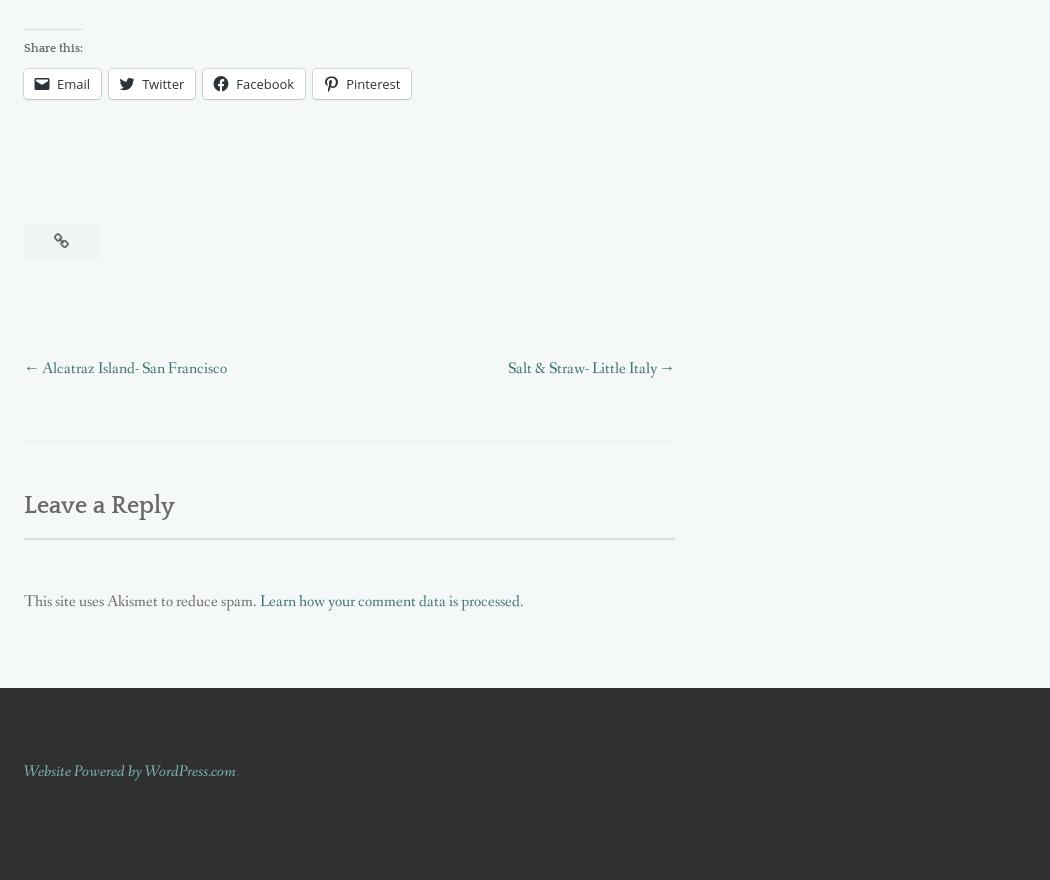  I want to click on 'Email', so click(72, 81).